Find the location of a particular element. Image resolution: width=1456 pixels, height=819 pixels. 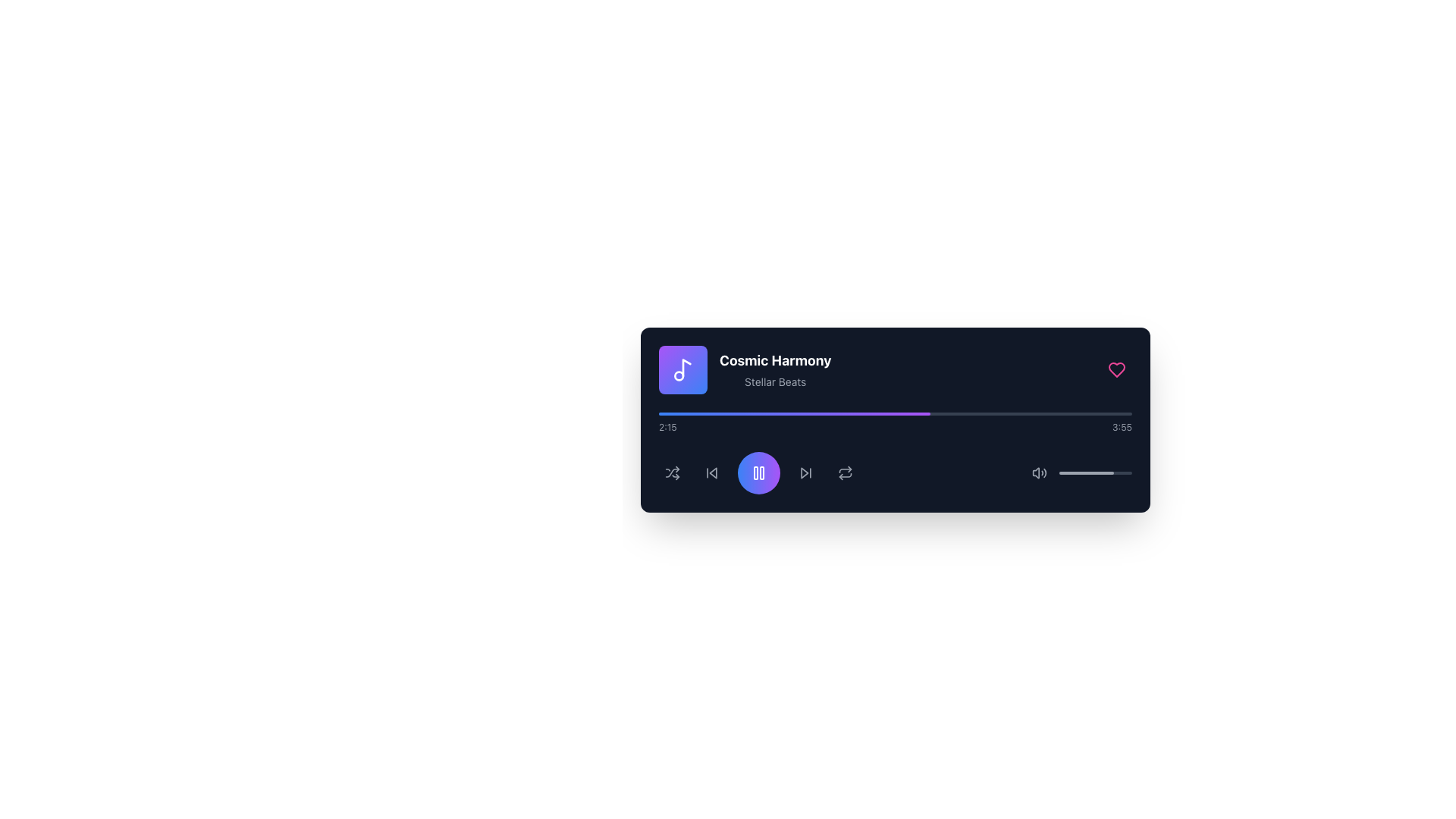

the volume slider is located at coordinates (1131, 472).